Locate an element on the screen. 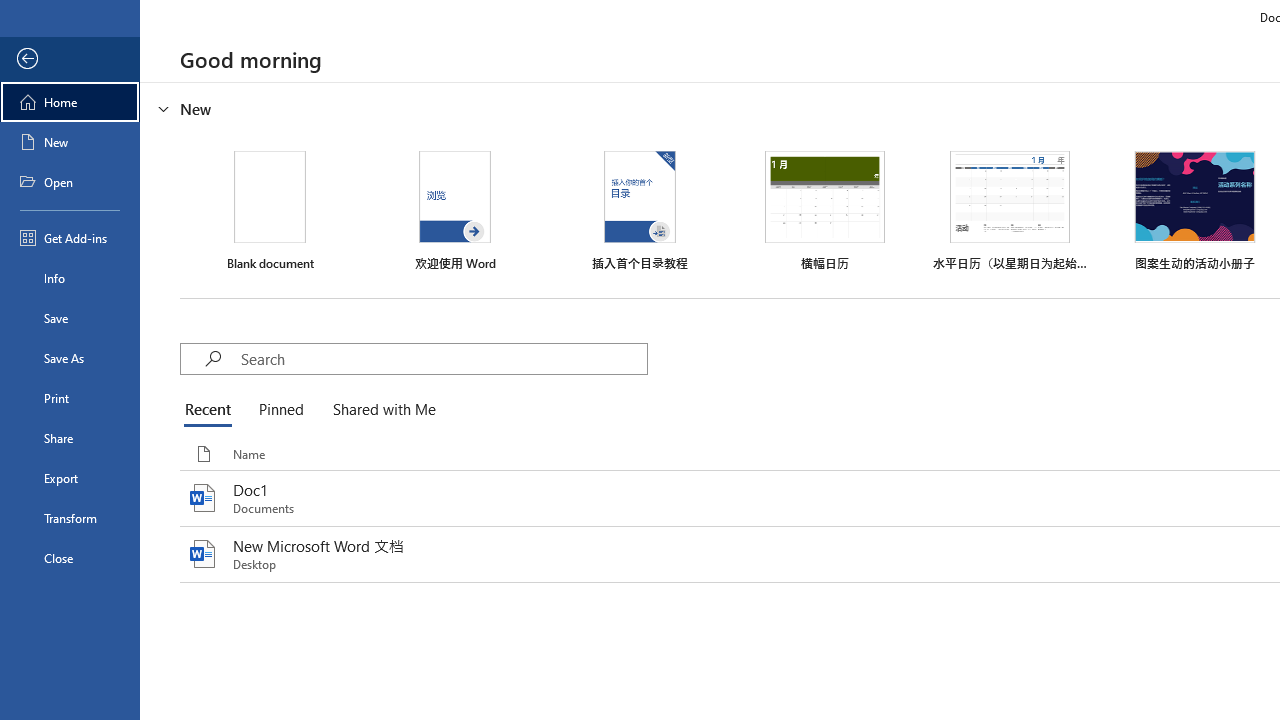 This screenshot has width=1280, height=720. 'Export' is located at coordinates (69, 478).